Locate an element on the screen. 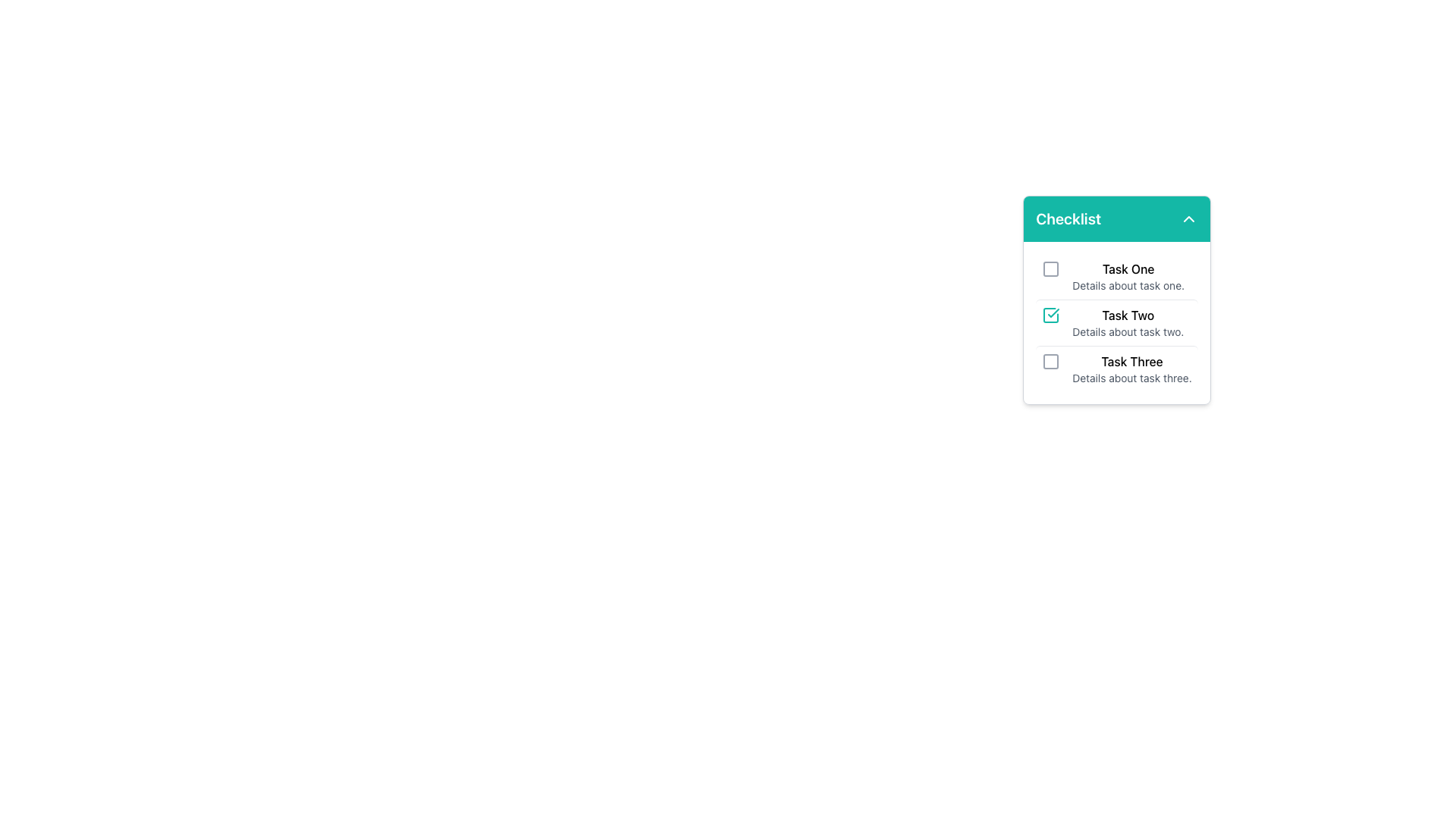 The width and height of the screenshot is (1456, 819). the text label that serves as the title for the first task in the checklist, located at the top left of the first listed item, above the text 'Details about task one.' is located at coordinates (1128, 268).